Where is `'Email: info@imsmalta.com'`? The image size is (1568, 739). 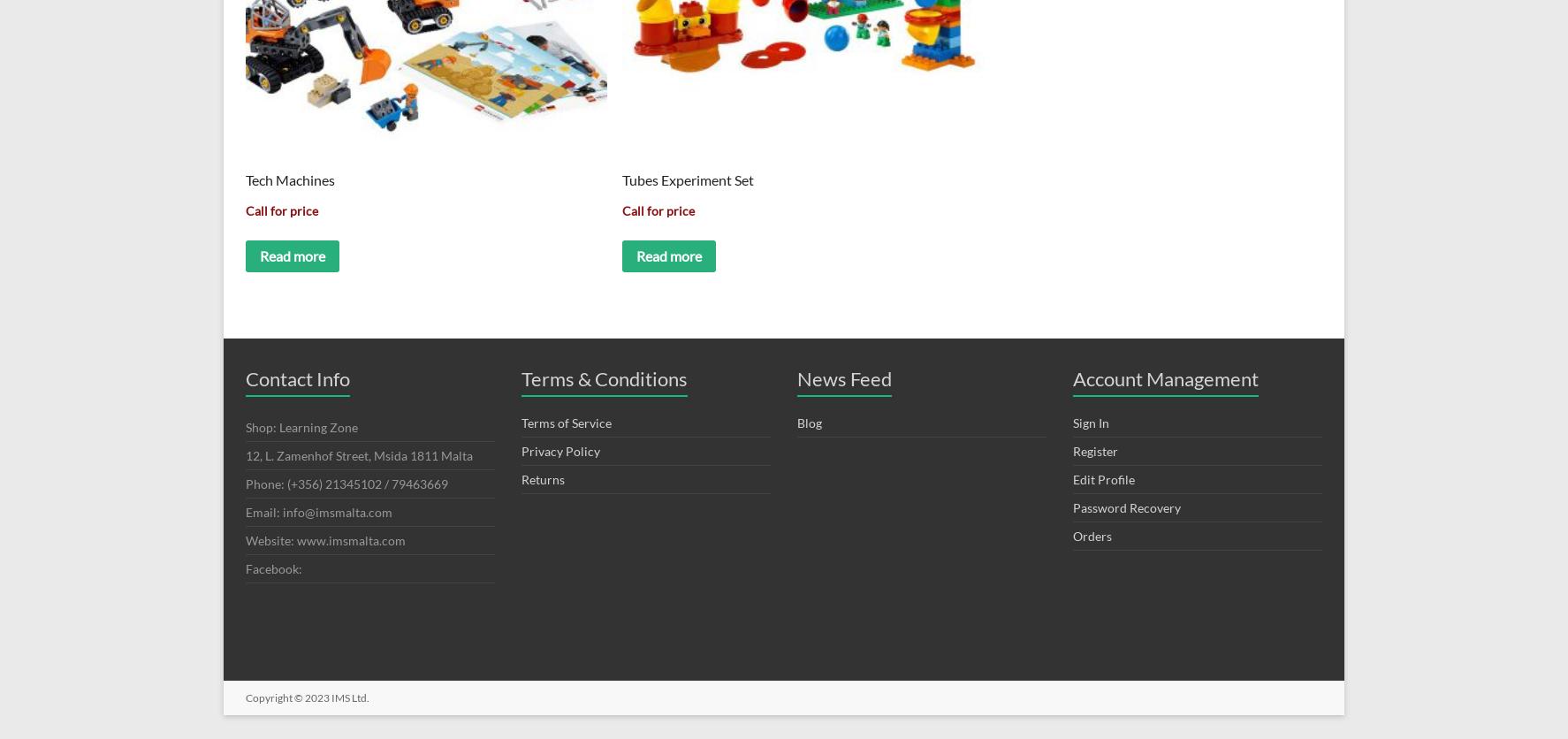
'Email: info@imsmalta.com' is located at coordinates (318, 510).